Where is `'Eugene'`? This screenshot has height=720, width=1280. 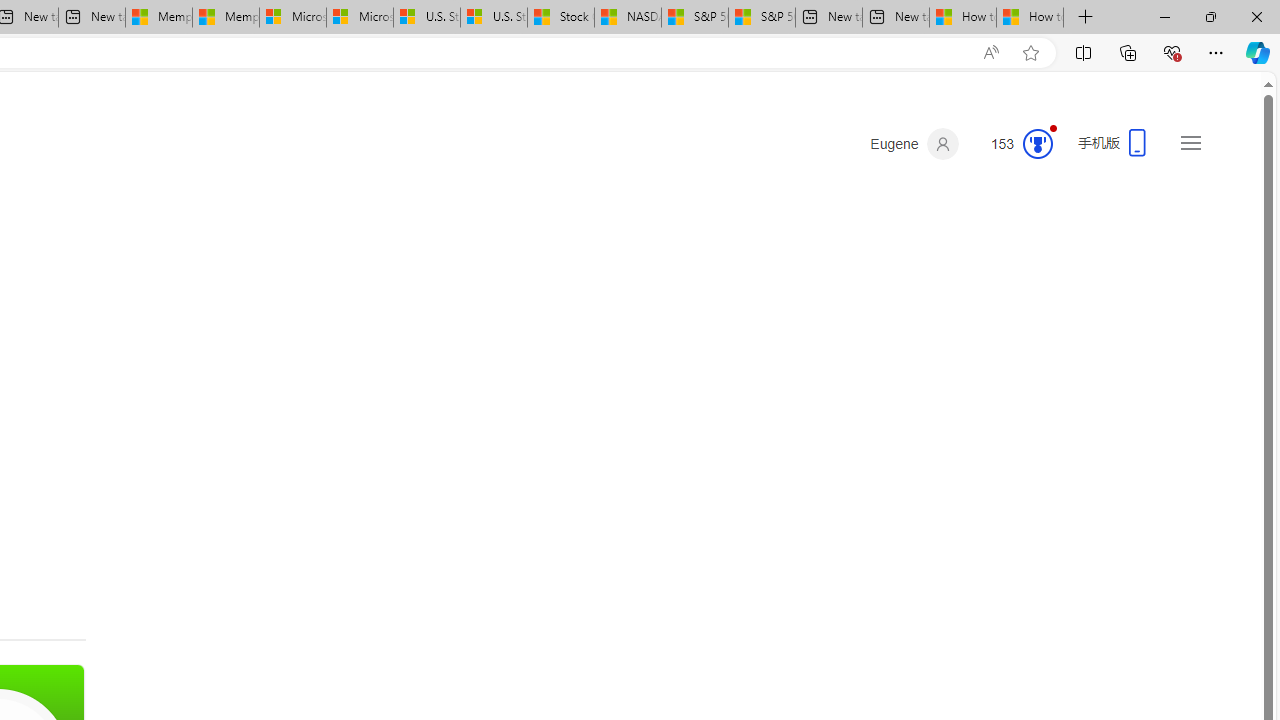 'Eugene' is located at coordinates (913, 143).